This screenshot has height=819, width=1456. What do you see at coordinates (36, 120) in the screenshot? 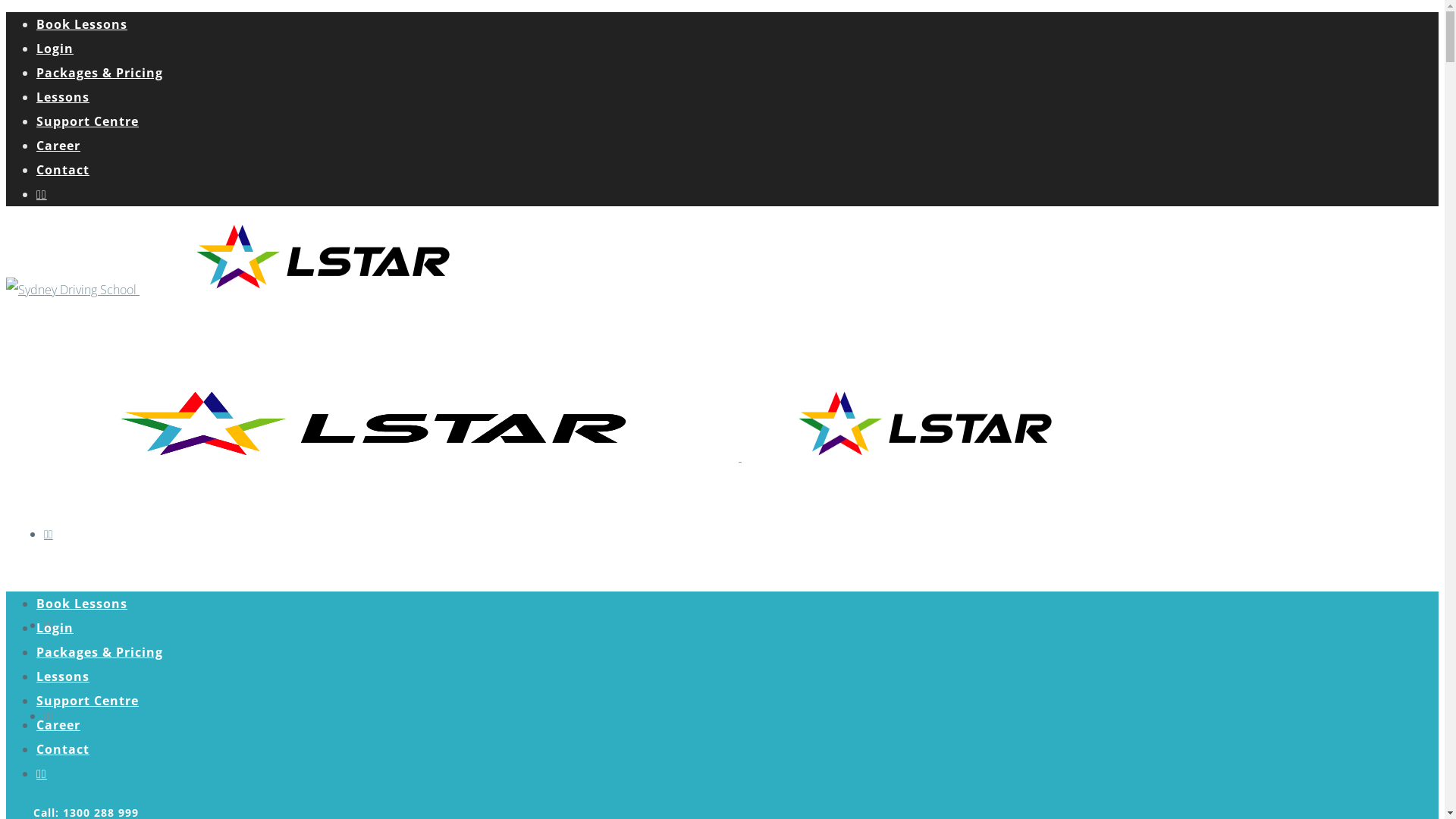
I see `'Support Centre'` at bounding box center [36, 120].